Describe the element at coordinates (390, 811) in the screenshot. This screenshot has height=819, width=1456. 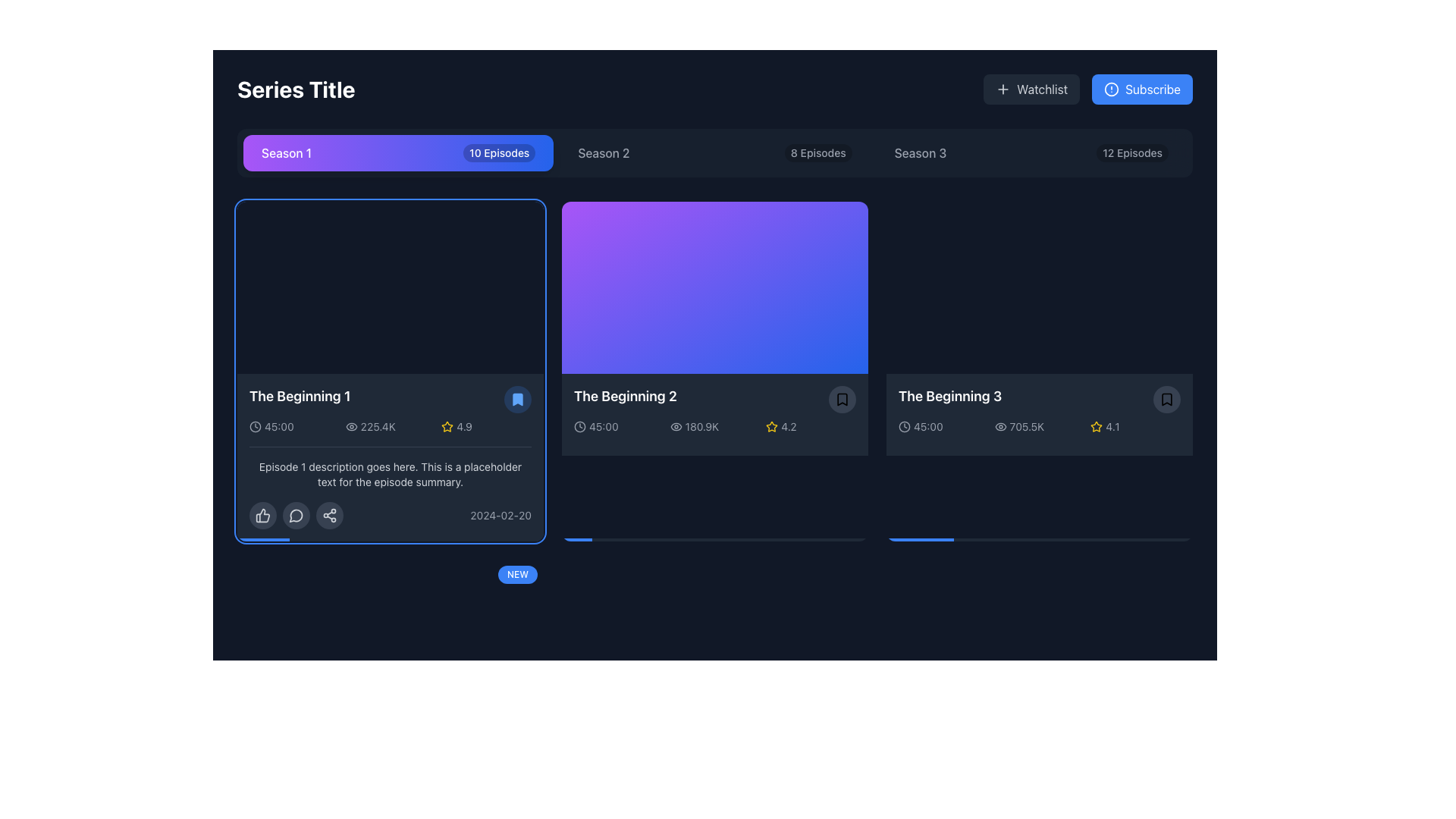
I see `the progress status of the progress bar located at the bottom of the episode card component panel` at that location.